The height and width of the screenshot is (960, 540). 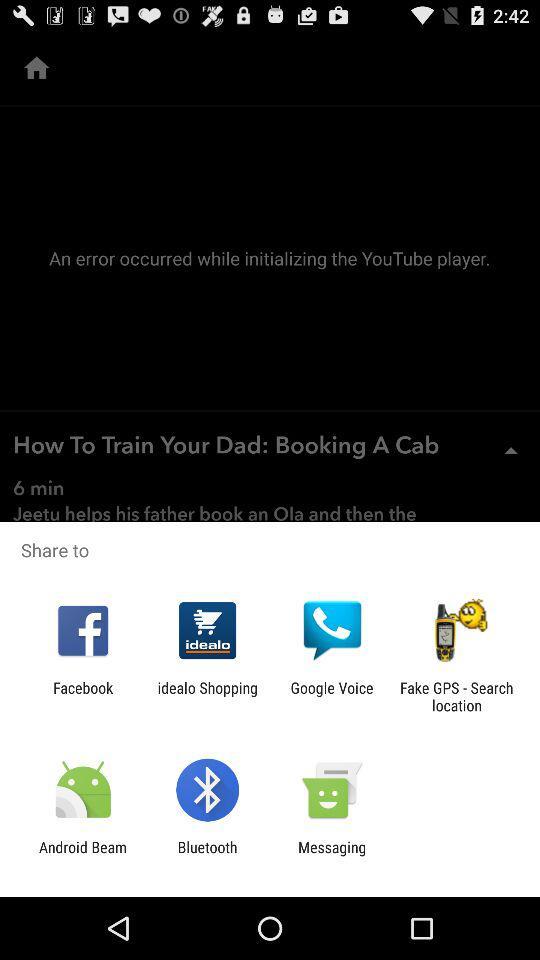 What do you see at coordinates (456, 696) in the screenshot?
I see `the item next to the google voice icon` at bounding box center [456, 696].